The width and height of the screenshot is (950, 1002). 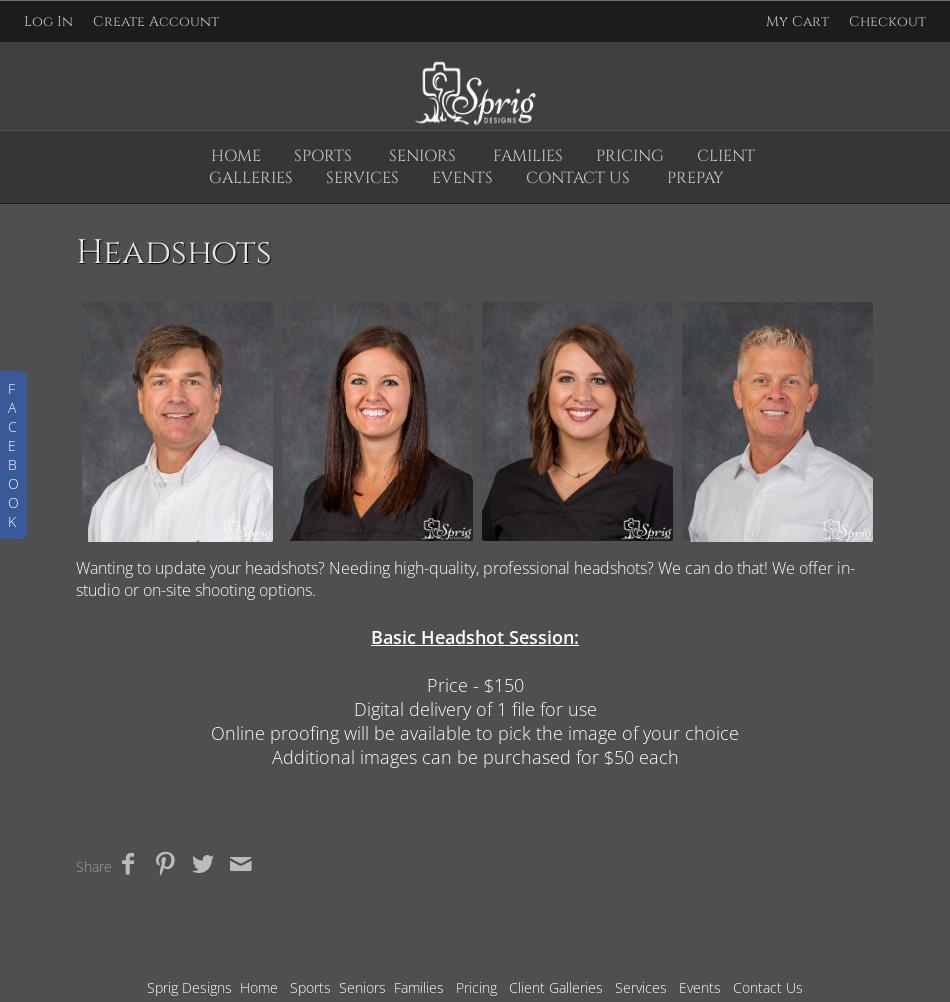 I want to click on 'Digital delivery of 1 file for use', so click(x=473, y=709).